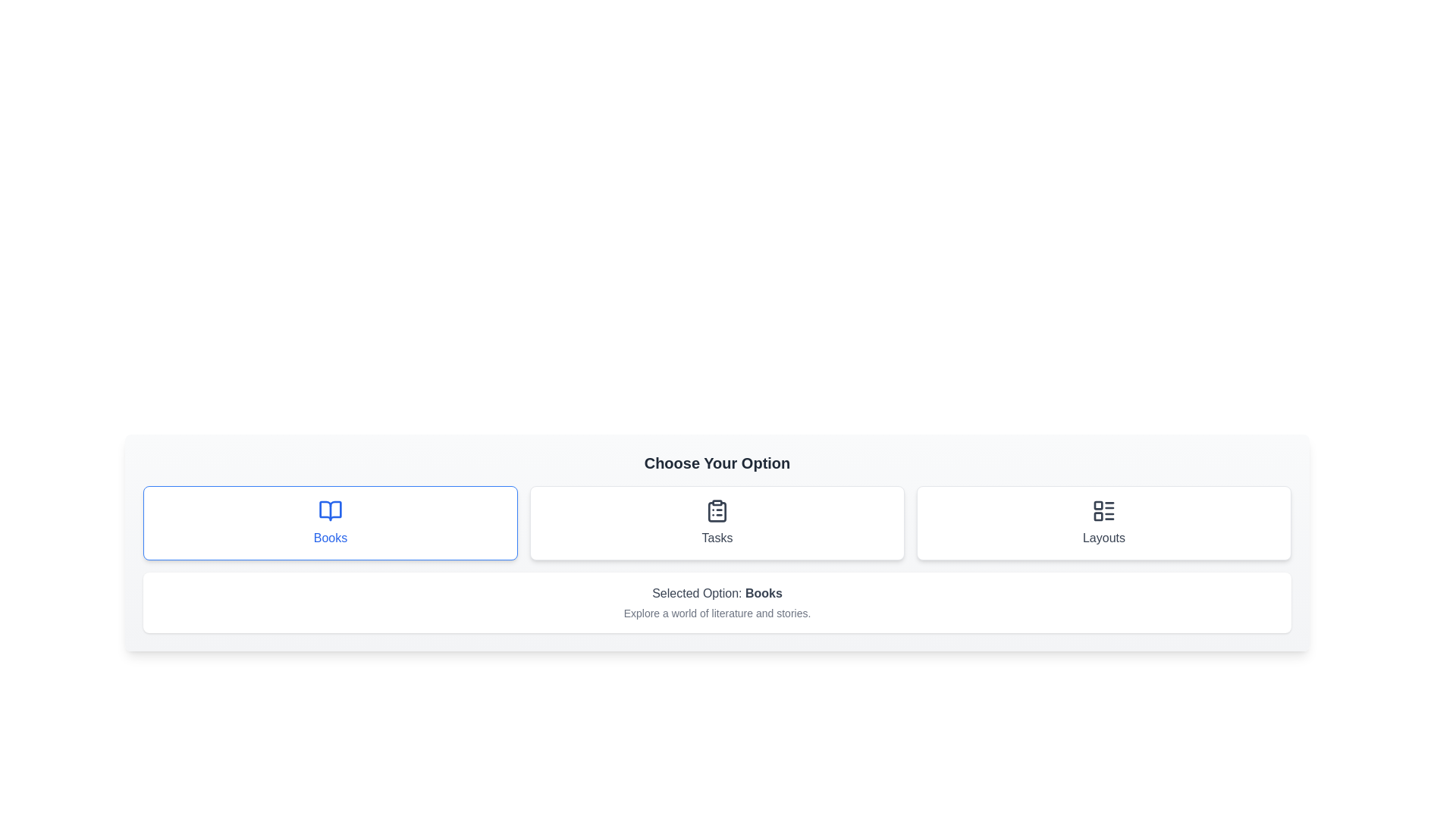  What do you see at coordinates (1098, 516) in the screenshot?
I see `the small square block with rounded corners located in the second row and first column of the grid within the icon representing a layout or list option` at bounding box center [1098, 516].